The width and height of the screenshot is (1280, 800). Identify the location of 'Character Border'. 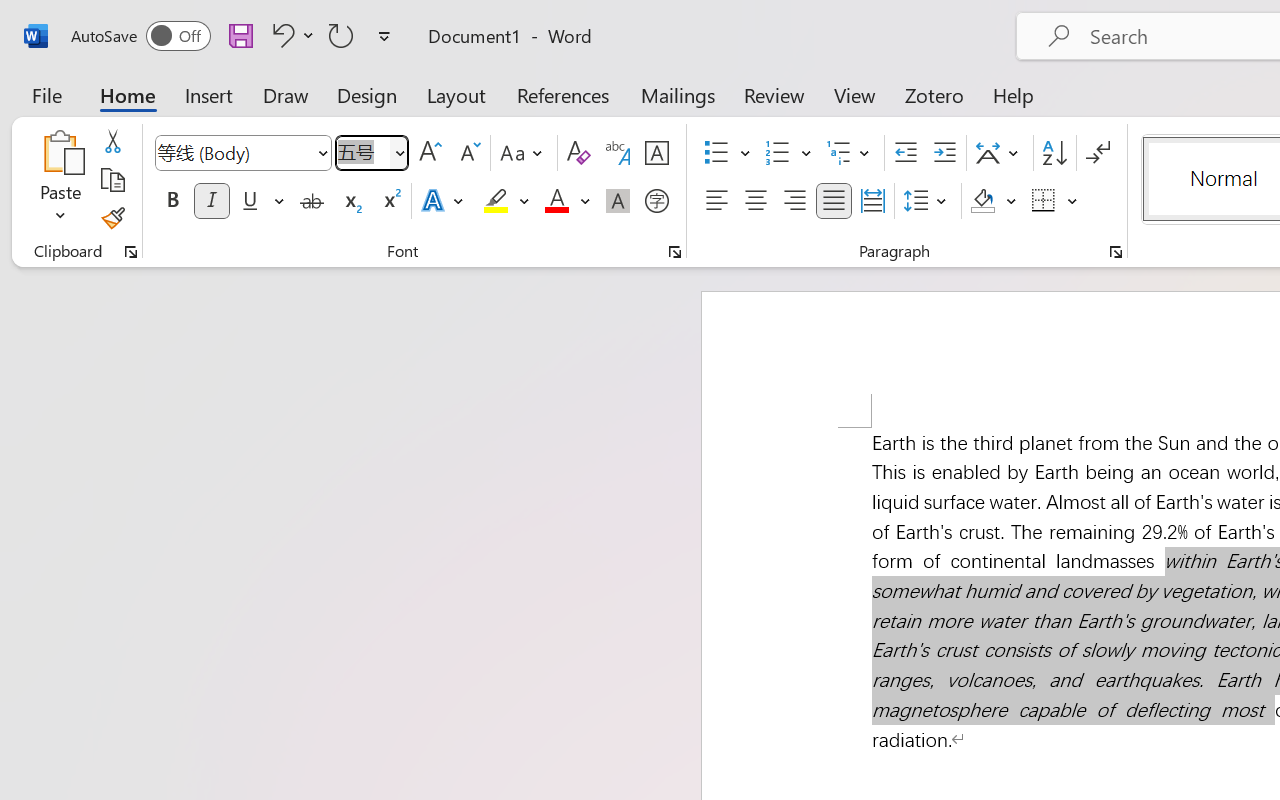
(656, 153).